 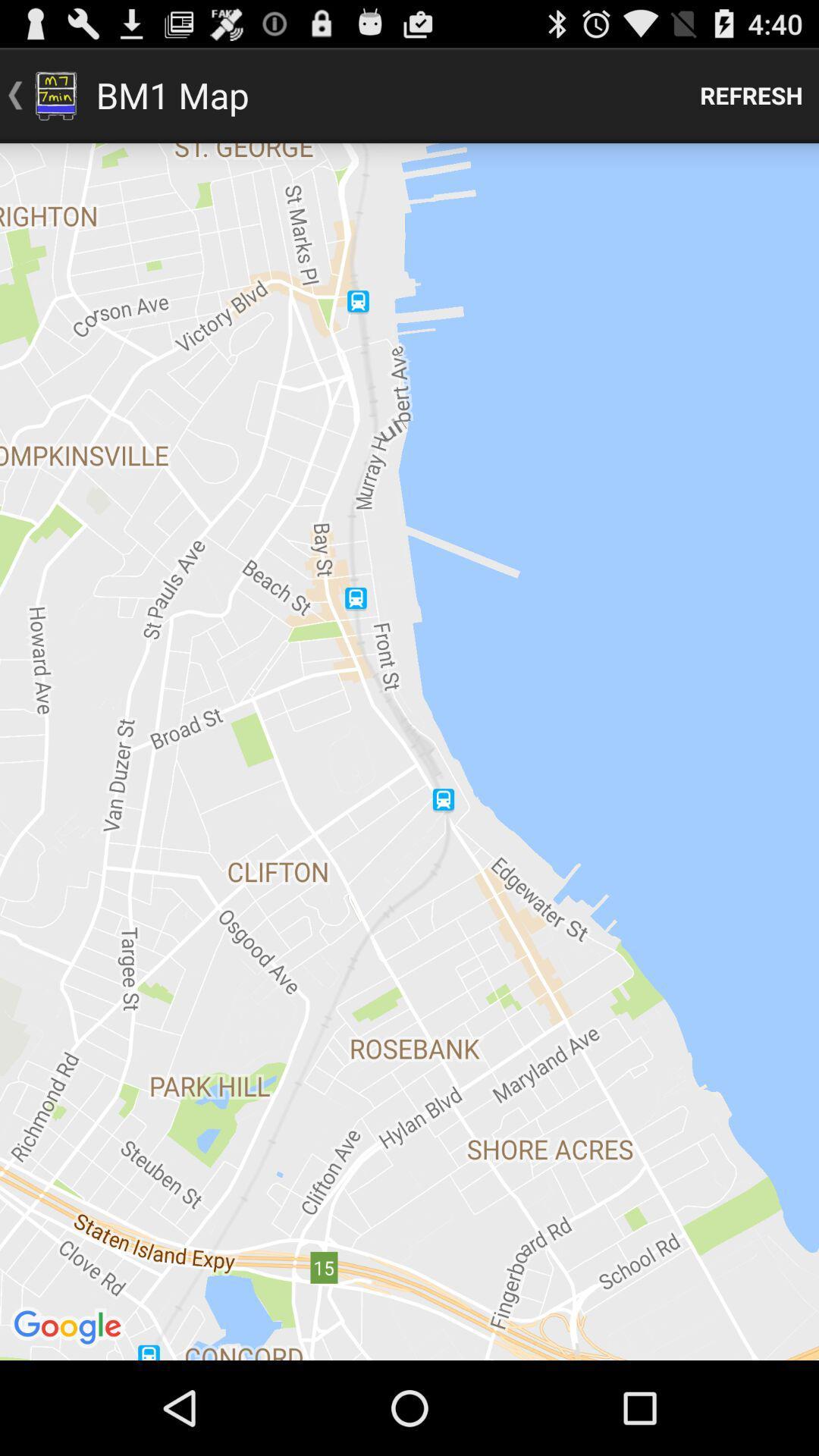 What do you see at coordinates (752, 94) in the screenshot?
I see `the item to the right of bm1 map item` at bounding box center [752, 94].